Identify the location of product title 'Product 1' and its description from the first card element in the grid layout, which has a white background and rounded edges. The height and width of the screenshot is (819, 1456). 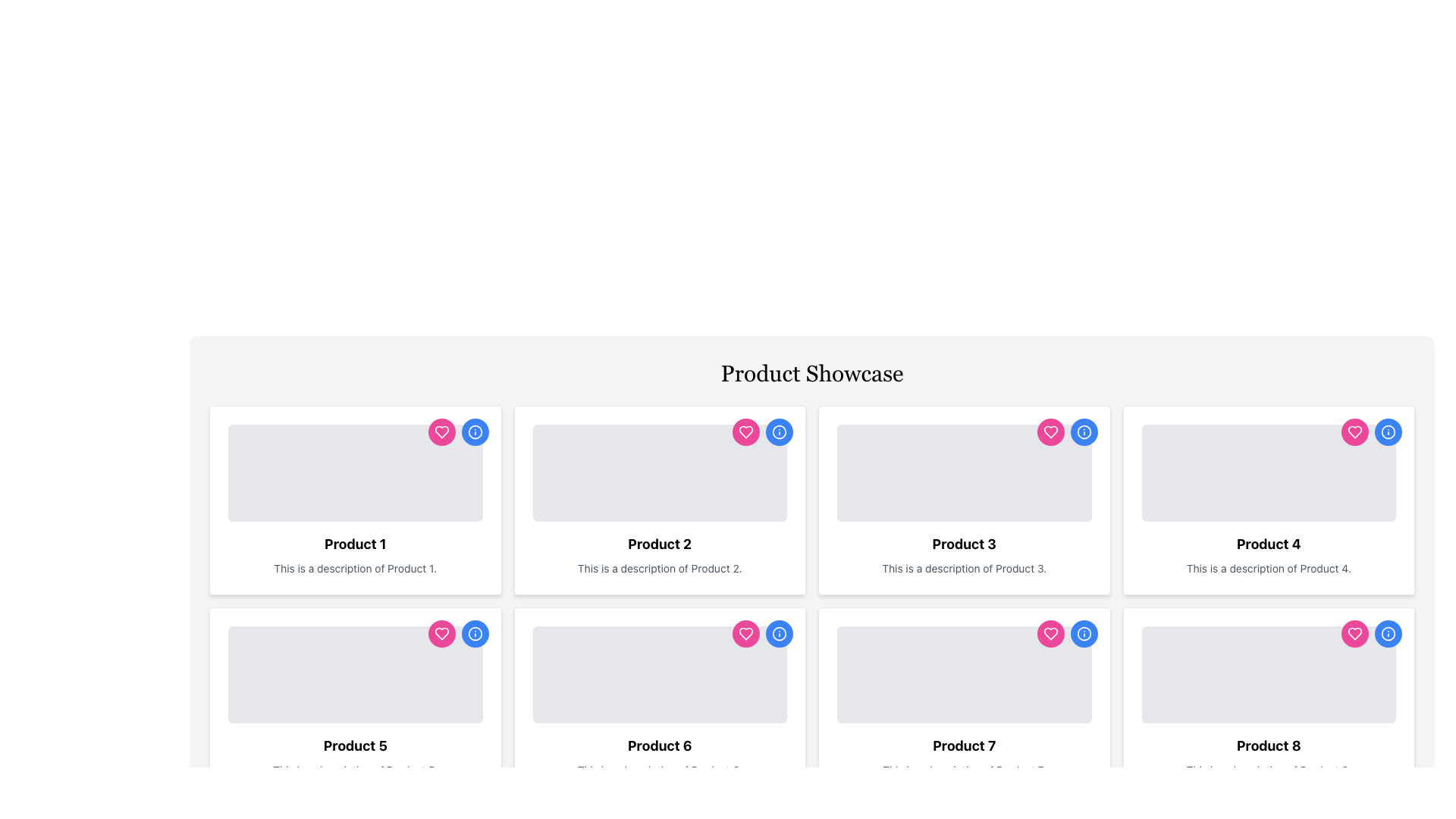
(354, 500).